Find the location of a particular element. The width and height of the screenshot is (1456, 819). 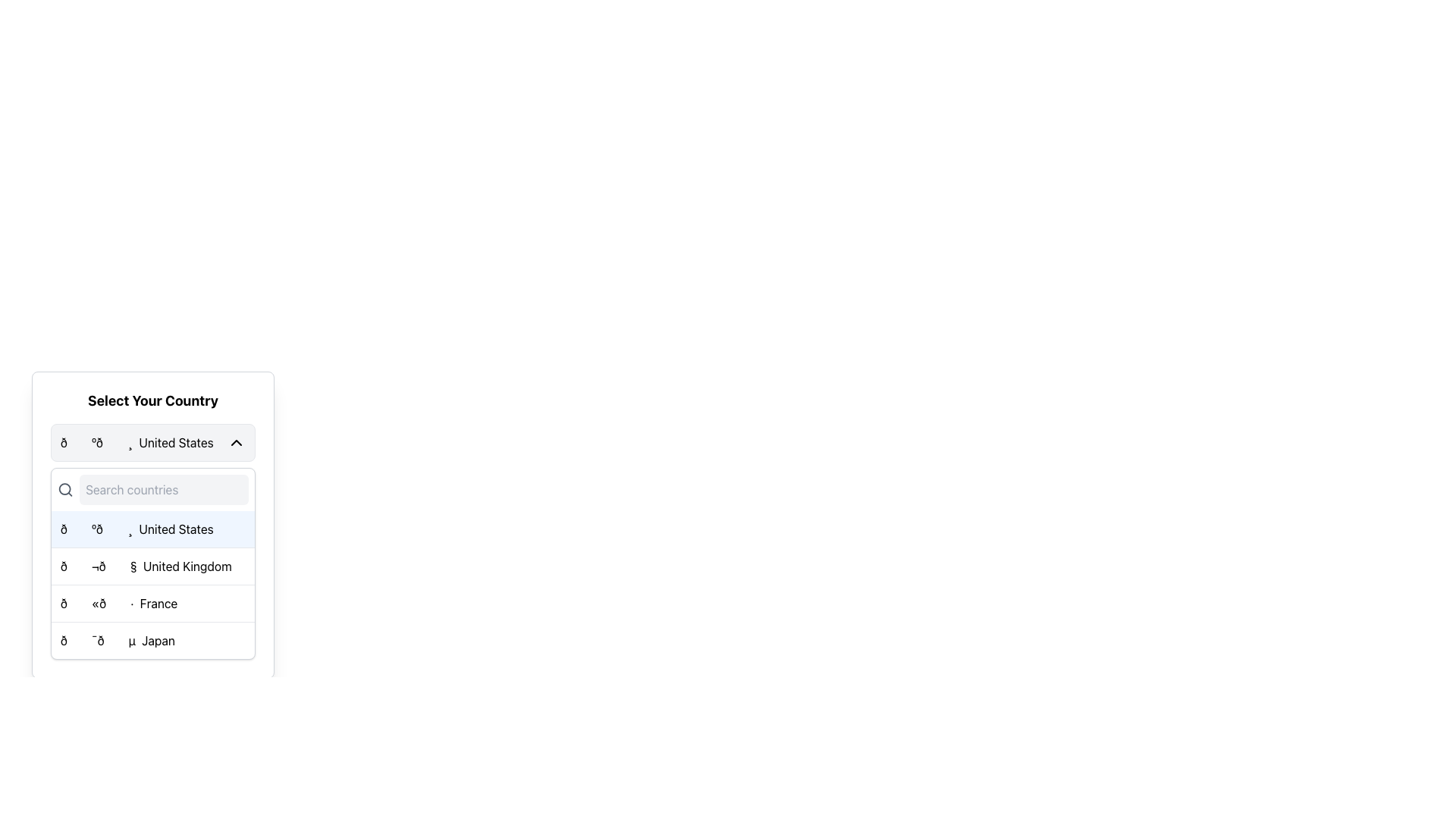

the flag icon representing the United States in the dropdown menu titled 'Select Your Country' is located at coordinates (96, 442).